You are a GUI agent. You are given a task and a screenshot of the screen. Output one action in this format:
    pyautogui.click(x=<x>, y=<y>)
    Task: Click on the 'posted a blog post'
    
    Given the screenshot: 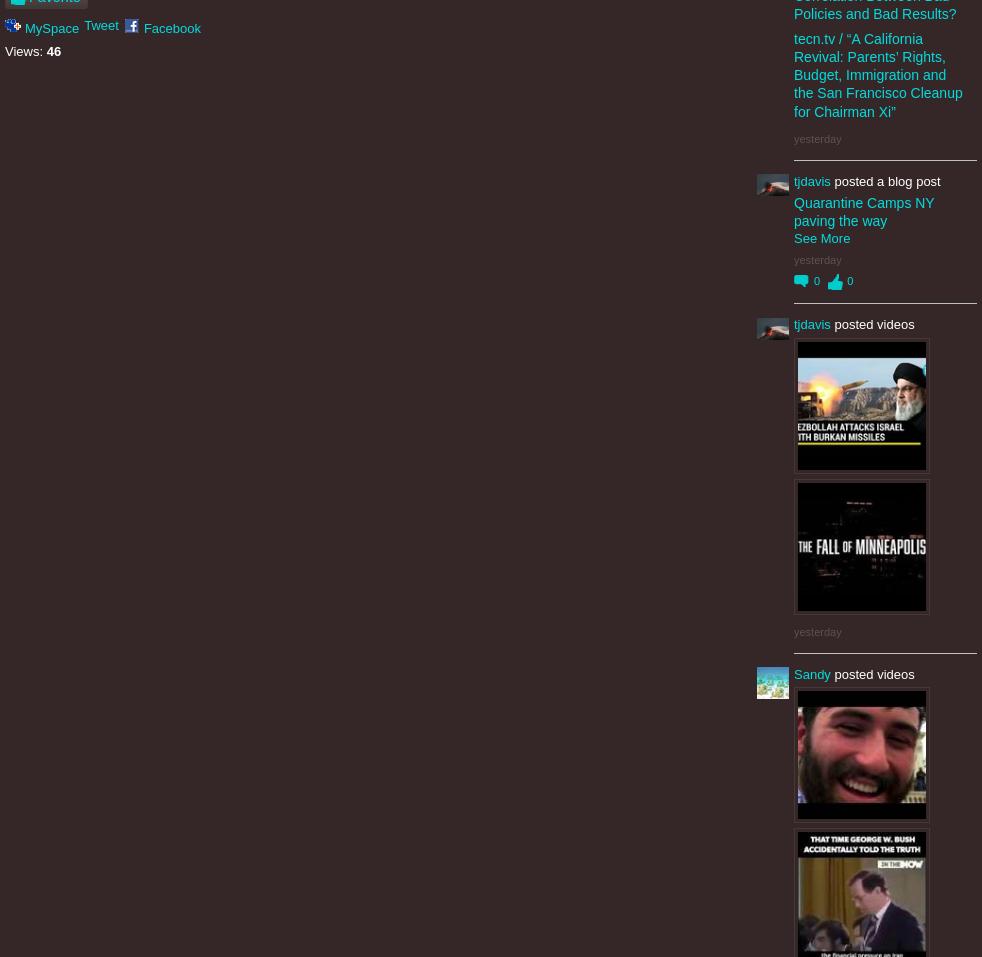 What is the action you would take?
    pyautogui.click(x=884, y=180)
    